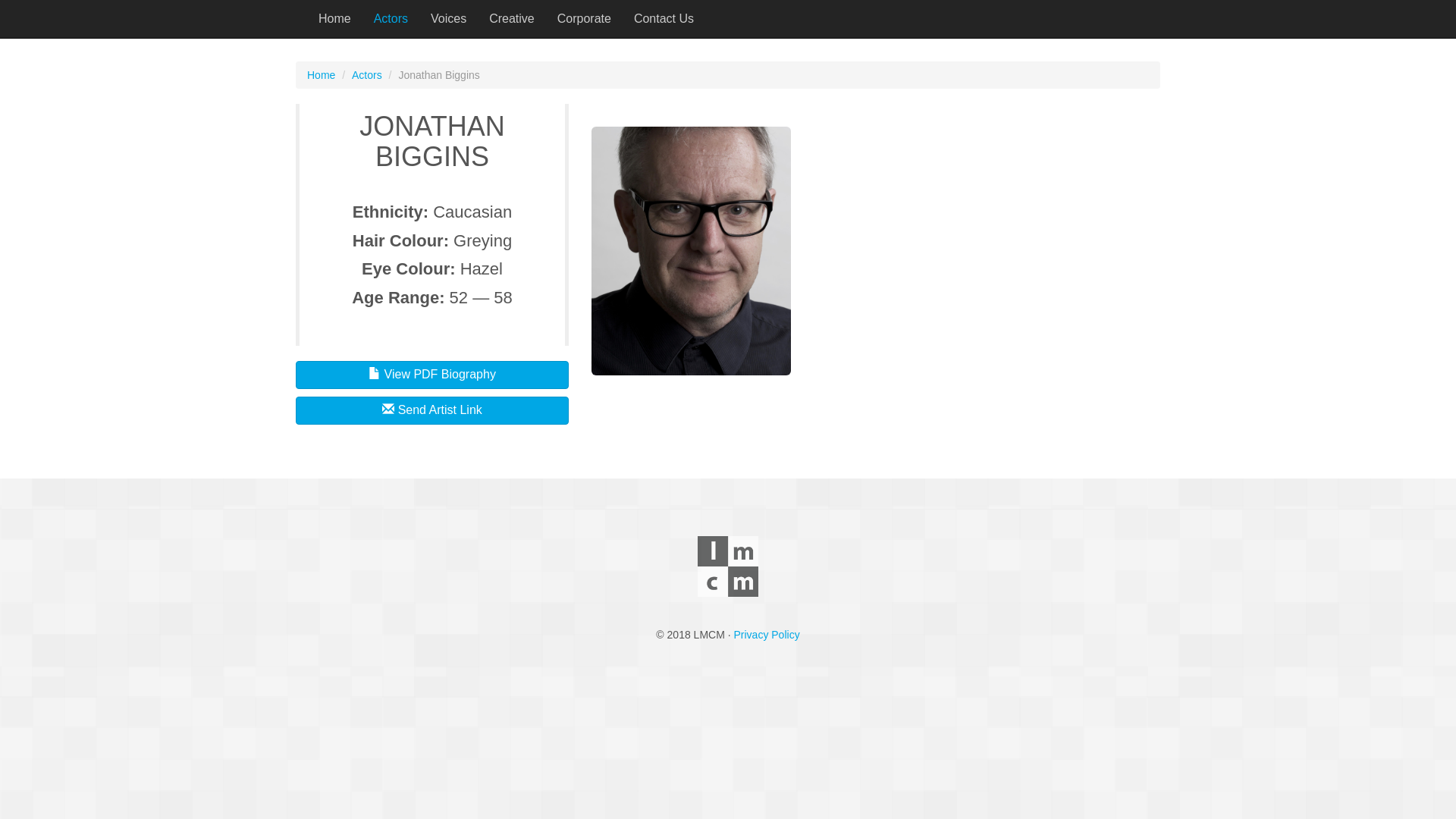  I want to click on 'Voices', so click(447, 18).